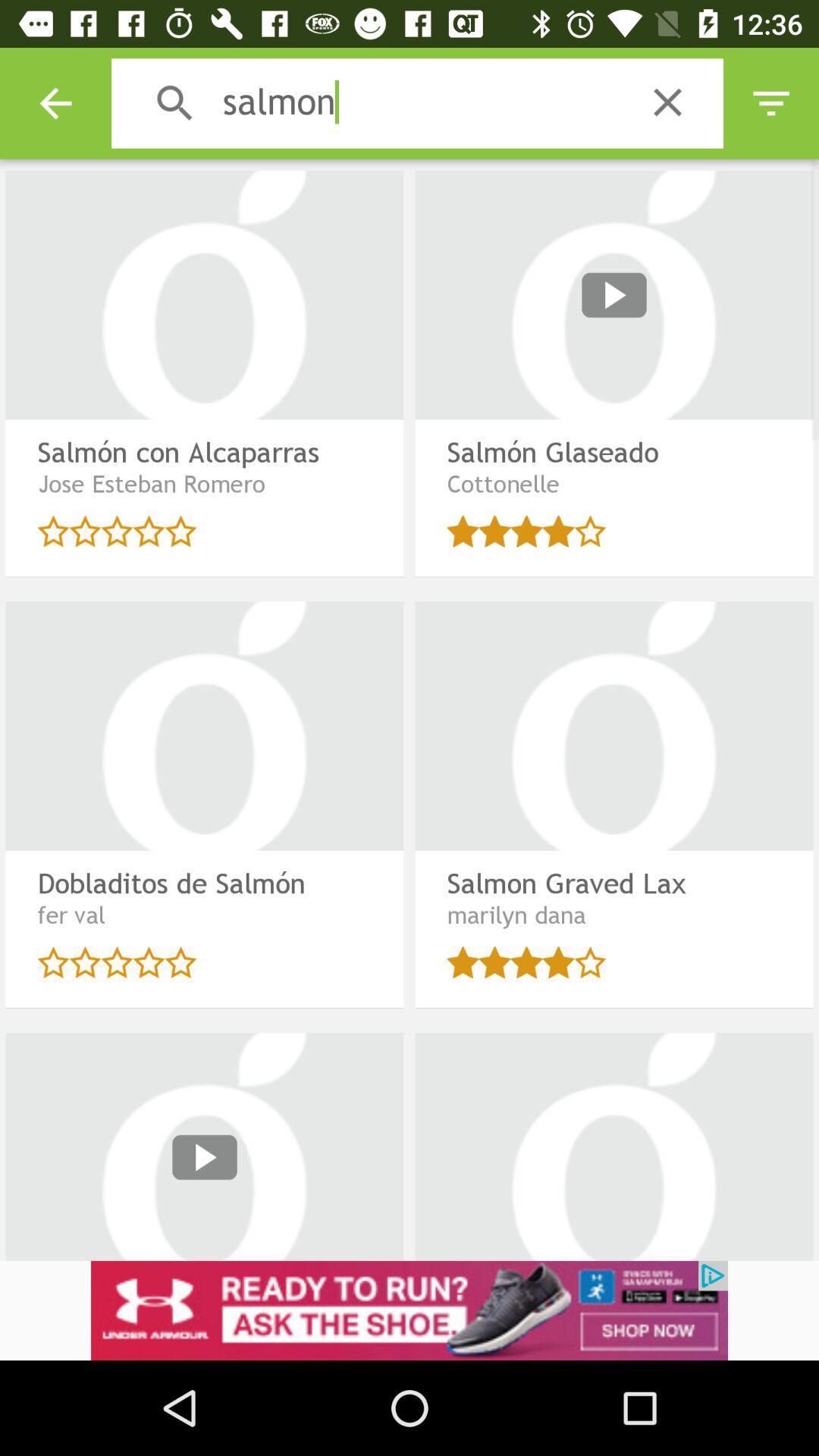 Image resolution: width=819 pixels, height=1456 pixels. What do you see at coordinates (409, 1310) in the screenshot?
I see `advertisement area` at bounding box center [409, 1310].